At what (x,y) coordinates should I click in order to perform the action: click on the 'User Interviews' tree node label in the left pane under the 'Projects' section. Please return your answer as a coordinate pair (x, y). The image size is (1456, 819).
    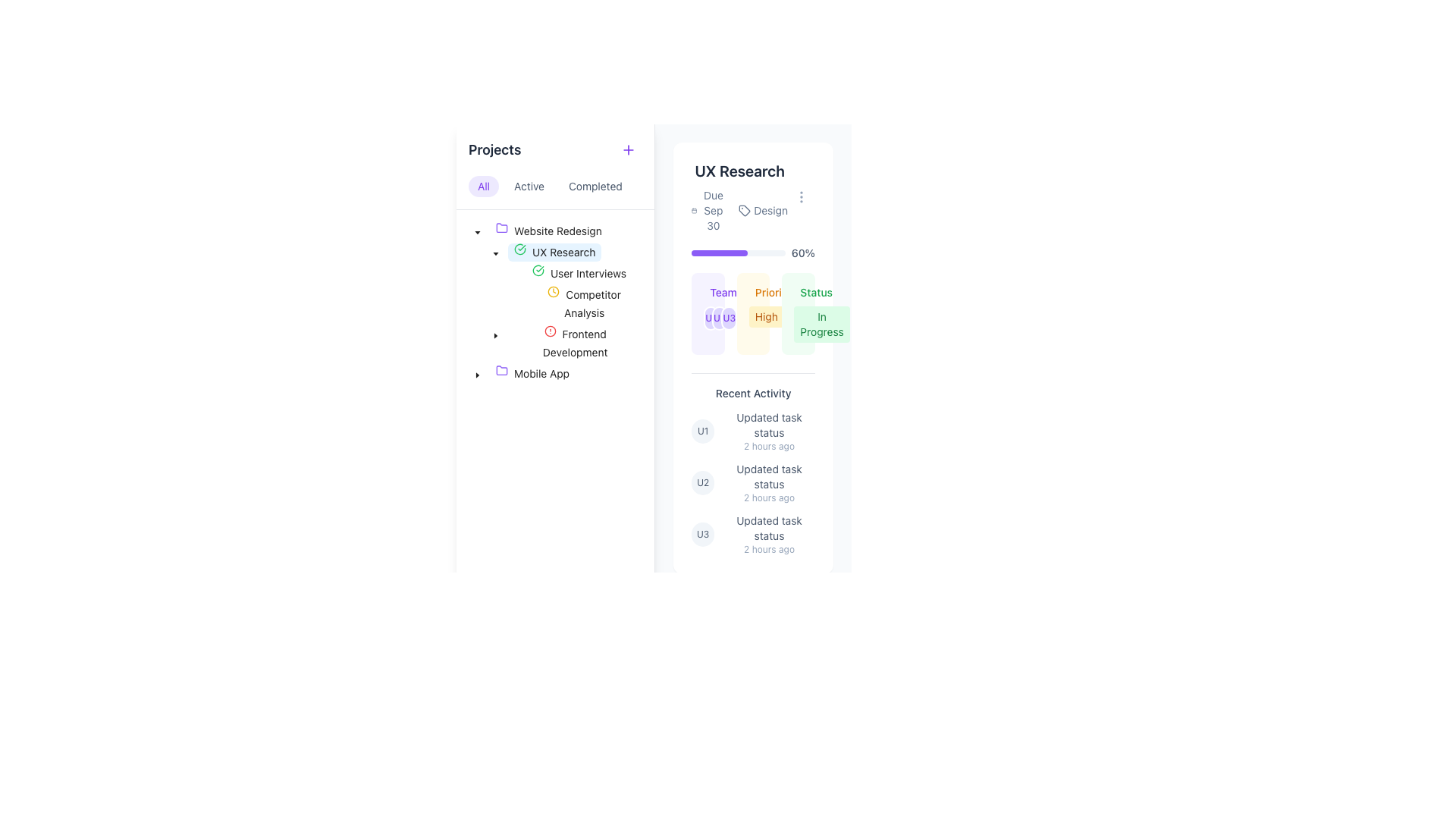
    Looking at the image, I should click on (578, 274).